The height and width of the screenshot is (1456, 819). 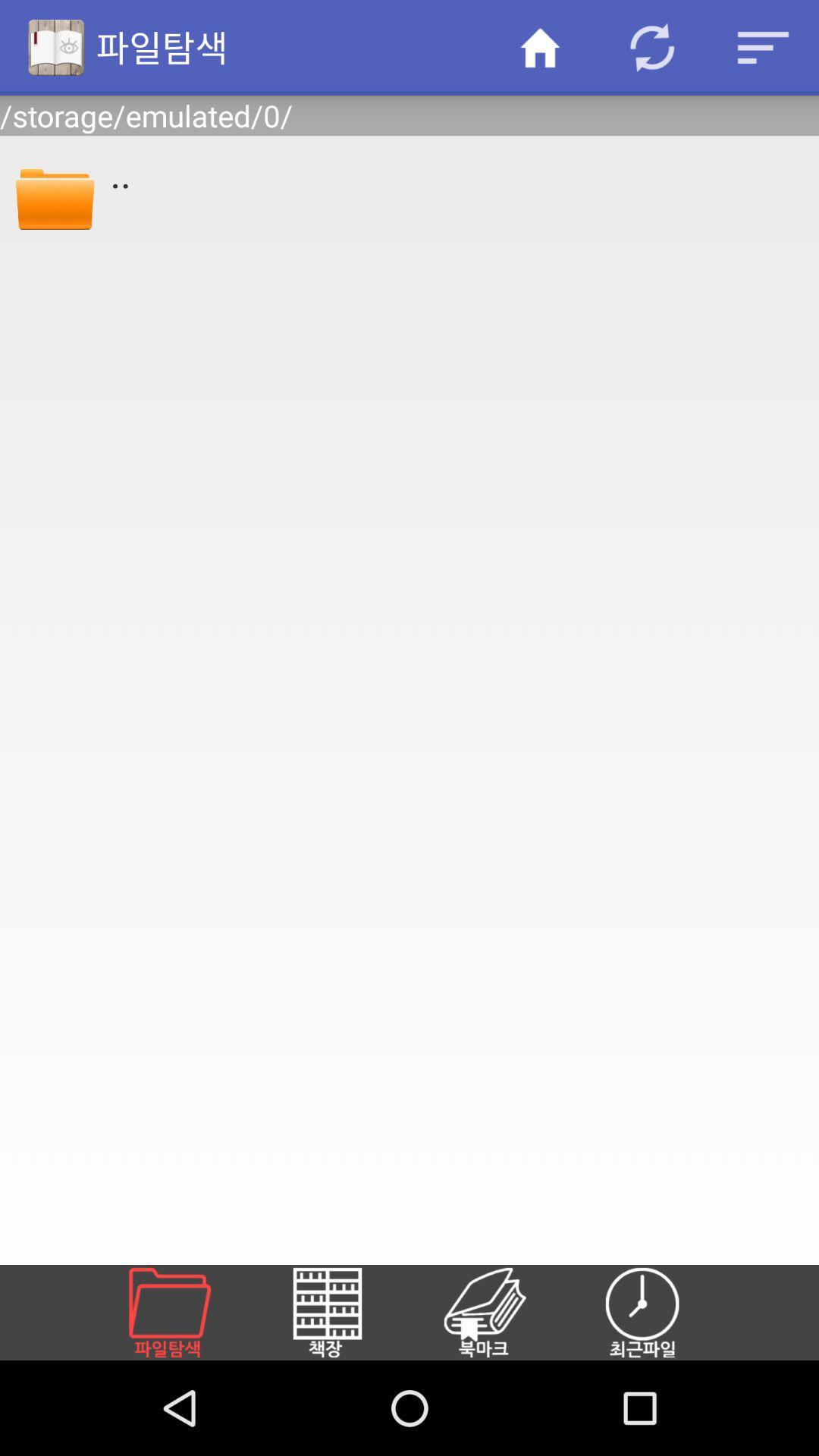 I want to click on open content, so click(x=503, y=1312).